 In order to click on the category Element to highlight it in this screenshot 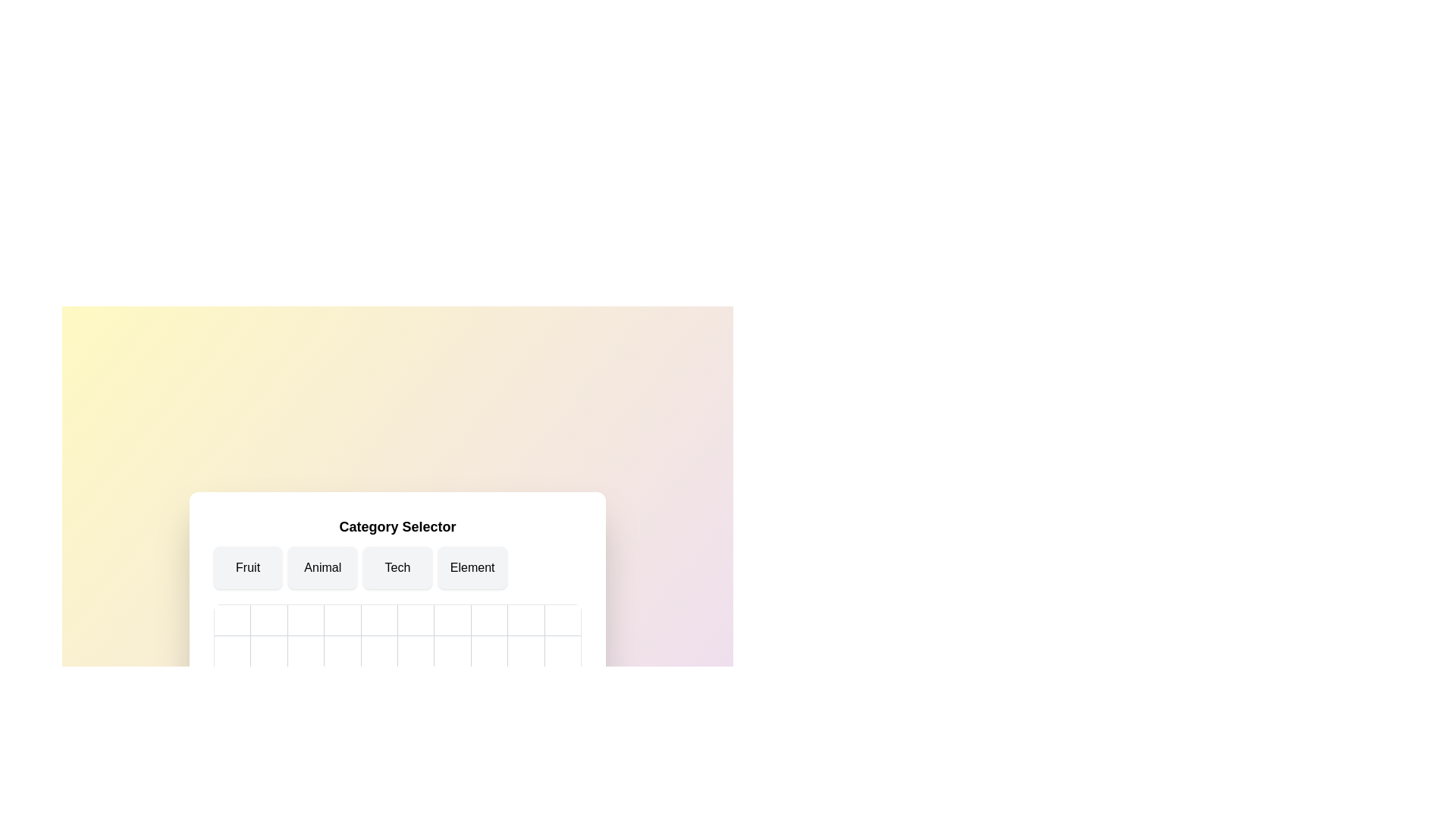, I will do `click(472, 567)`.